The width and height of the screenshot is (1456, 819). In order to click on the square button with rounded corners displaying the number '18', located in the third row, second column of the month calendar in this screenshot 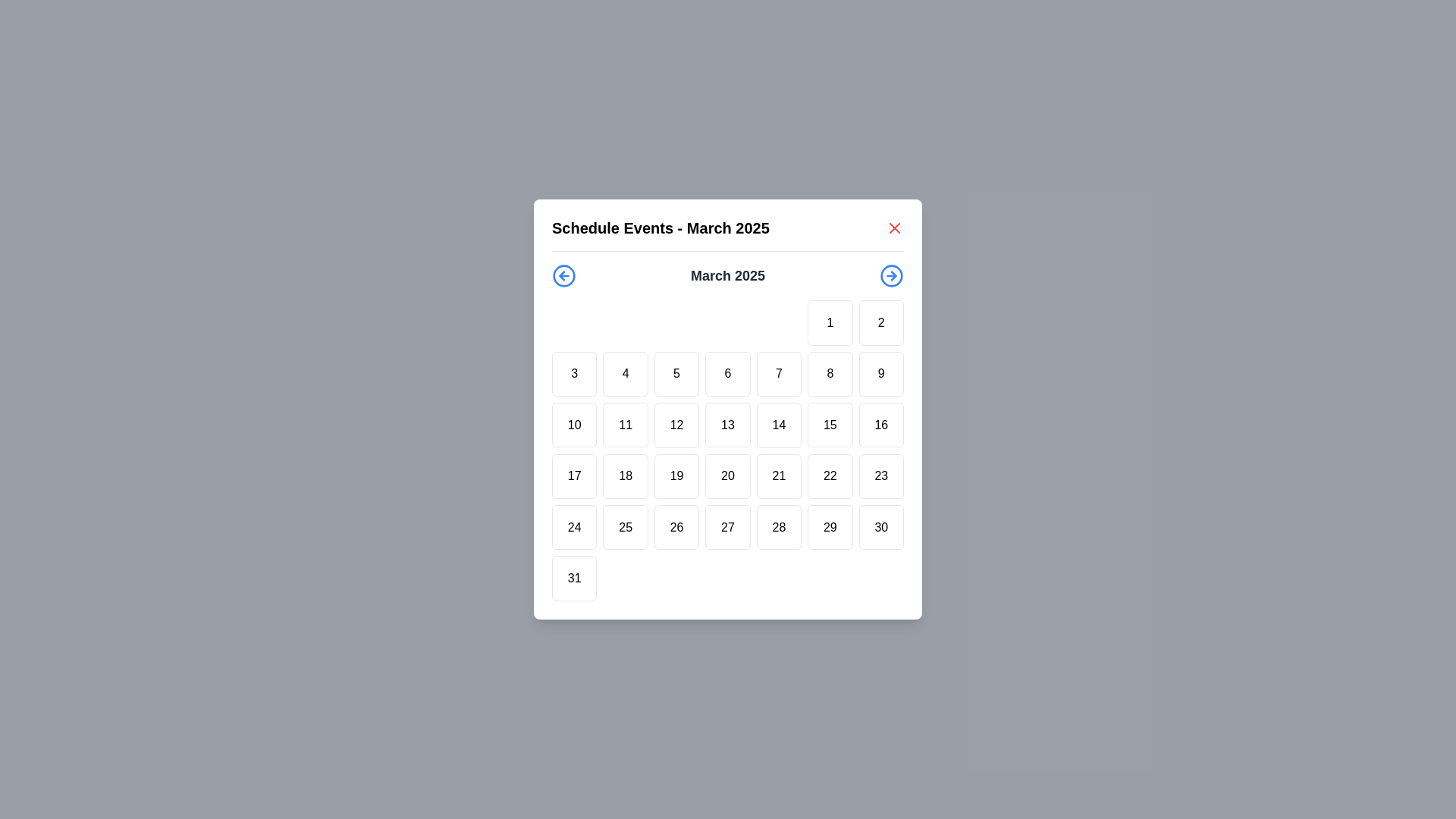, I will do `click(626, 475)`.